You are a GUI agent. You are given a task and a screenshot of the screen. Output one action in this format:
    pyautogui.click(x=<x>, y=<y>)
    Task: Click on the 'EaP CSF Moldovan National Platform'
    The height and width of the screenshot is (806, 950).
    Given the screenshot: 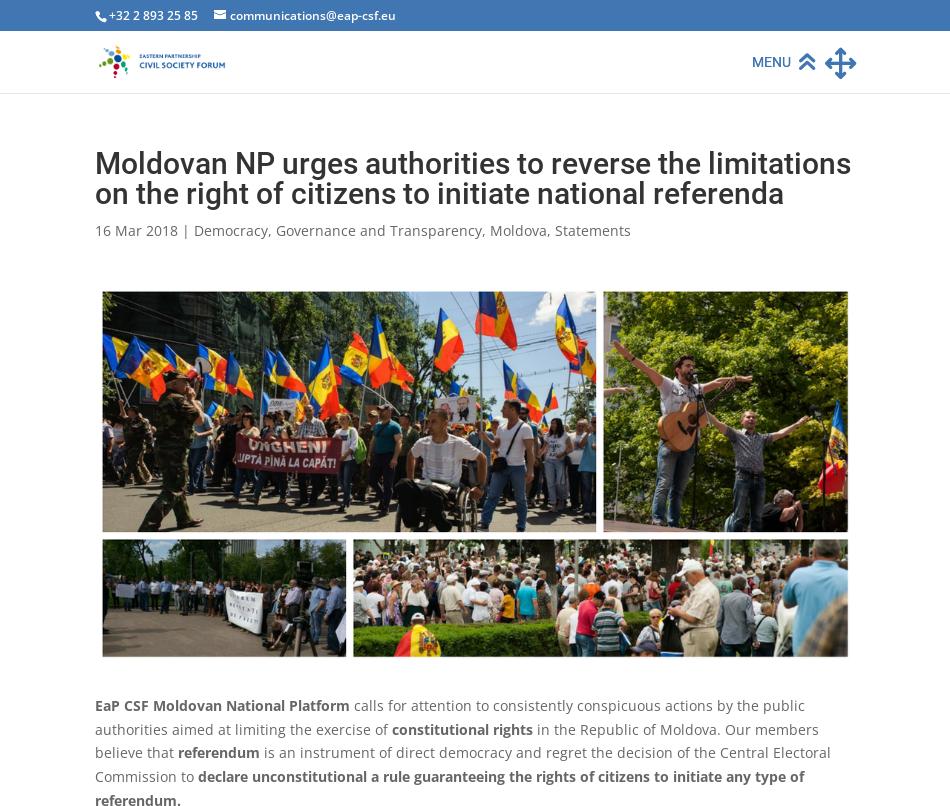 What is the action you would take?
    pyautogui.click(x=222, y=704)
    